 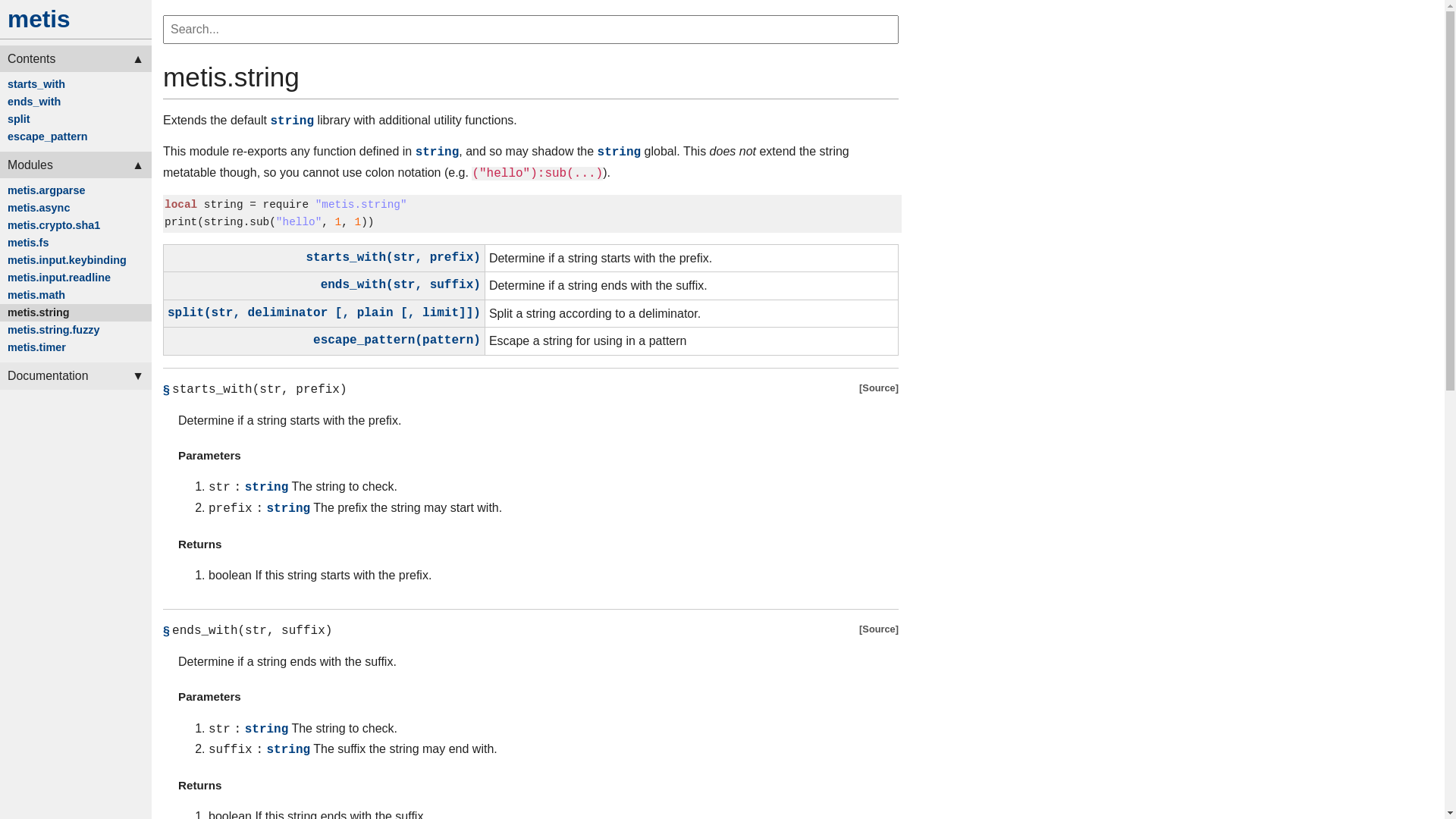 What do you see at coordinates (167, 312) in the screenshot?
I see `'split(str, deliminator [, plain [, limit]])'` at bounding box center [167, 312].